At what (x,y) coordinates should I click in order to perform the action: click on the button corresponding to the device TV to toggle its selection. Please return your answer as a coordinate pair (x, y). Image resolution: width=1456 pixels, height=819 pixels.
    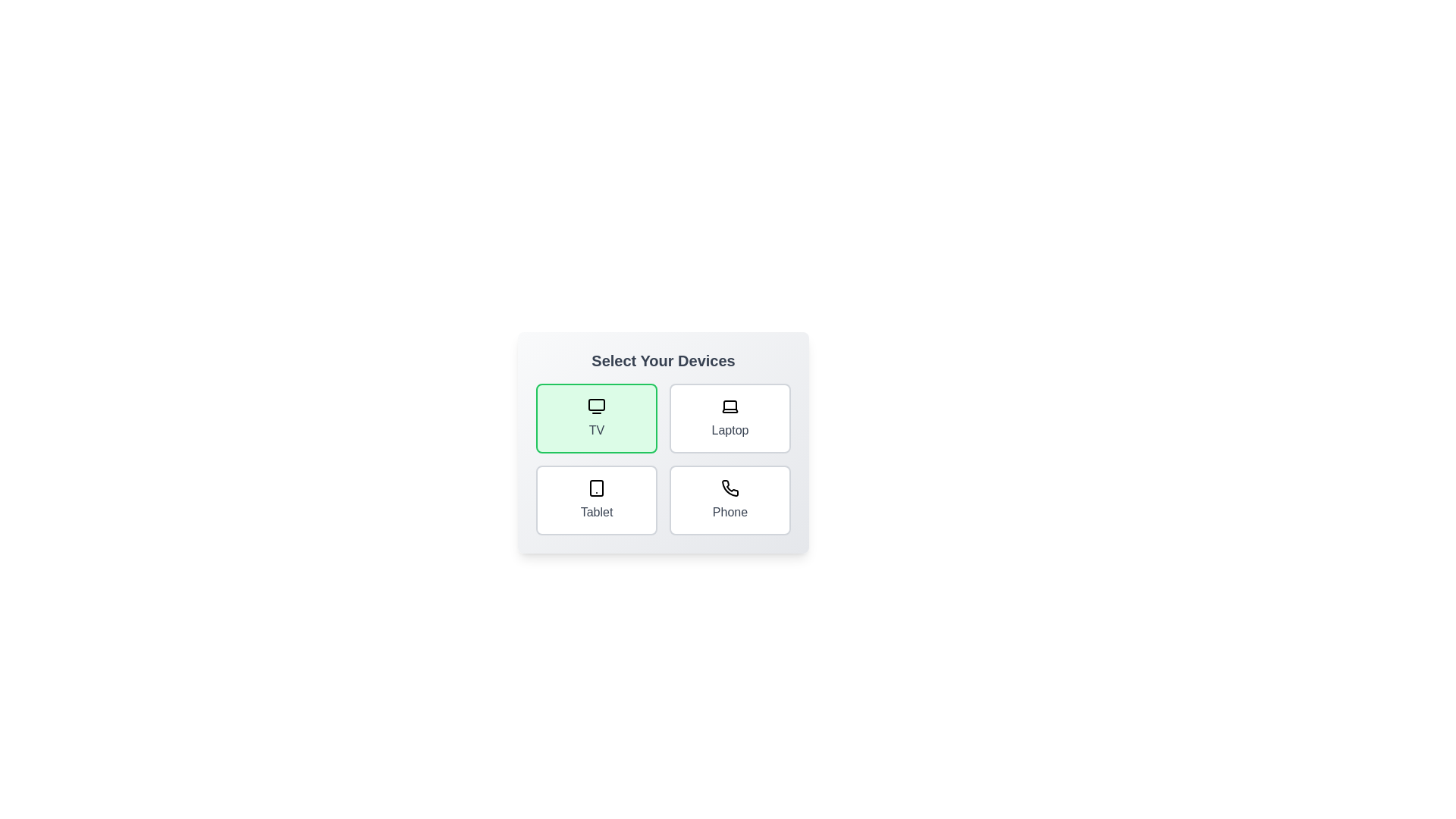
    Looking at the image, I should click on (596, 418).